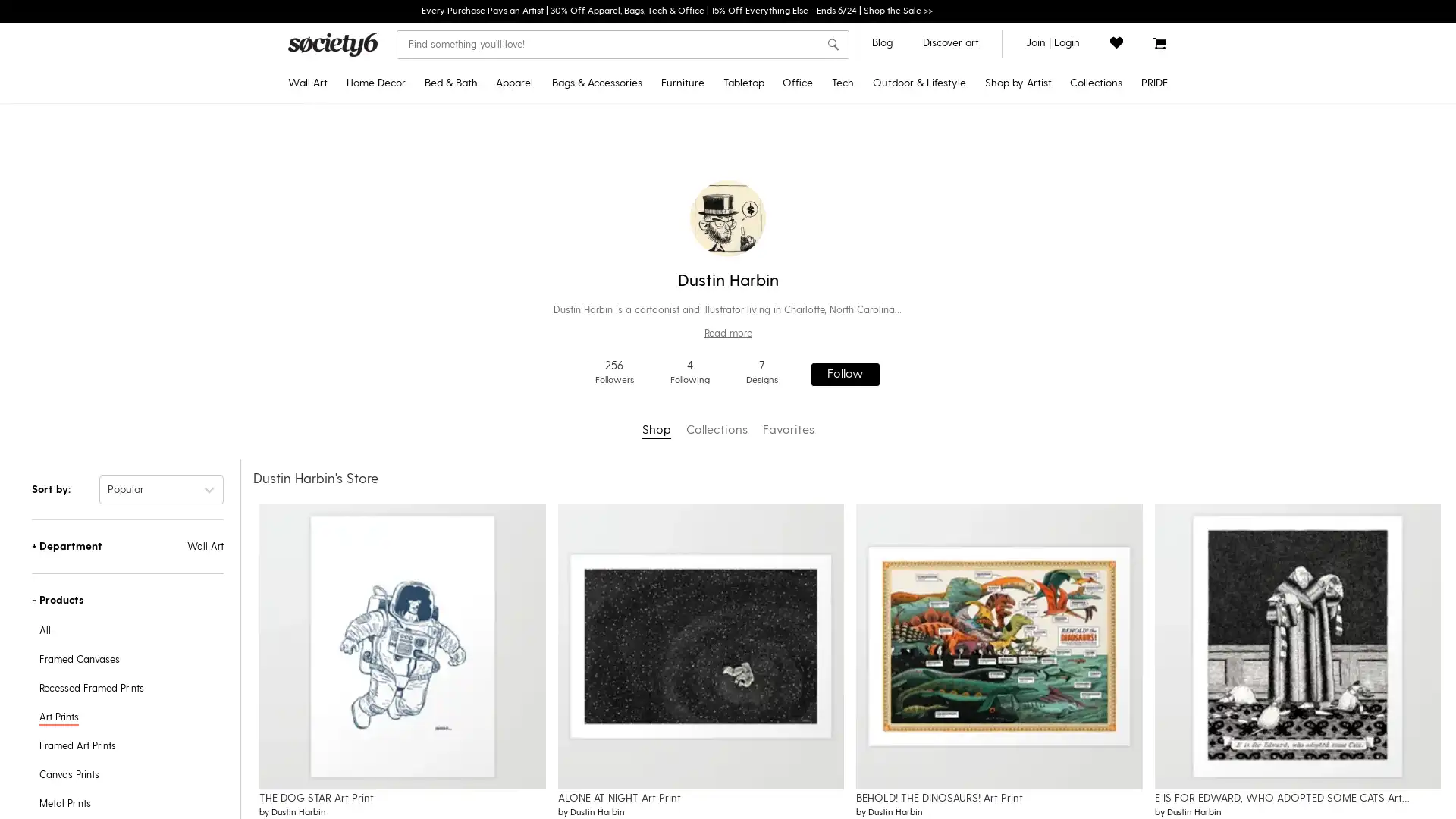 The width and height of the screenshot is (1456, 819). I want to click on Pattern Play, so click(1040, 342).